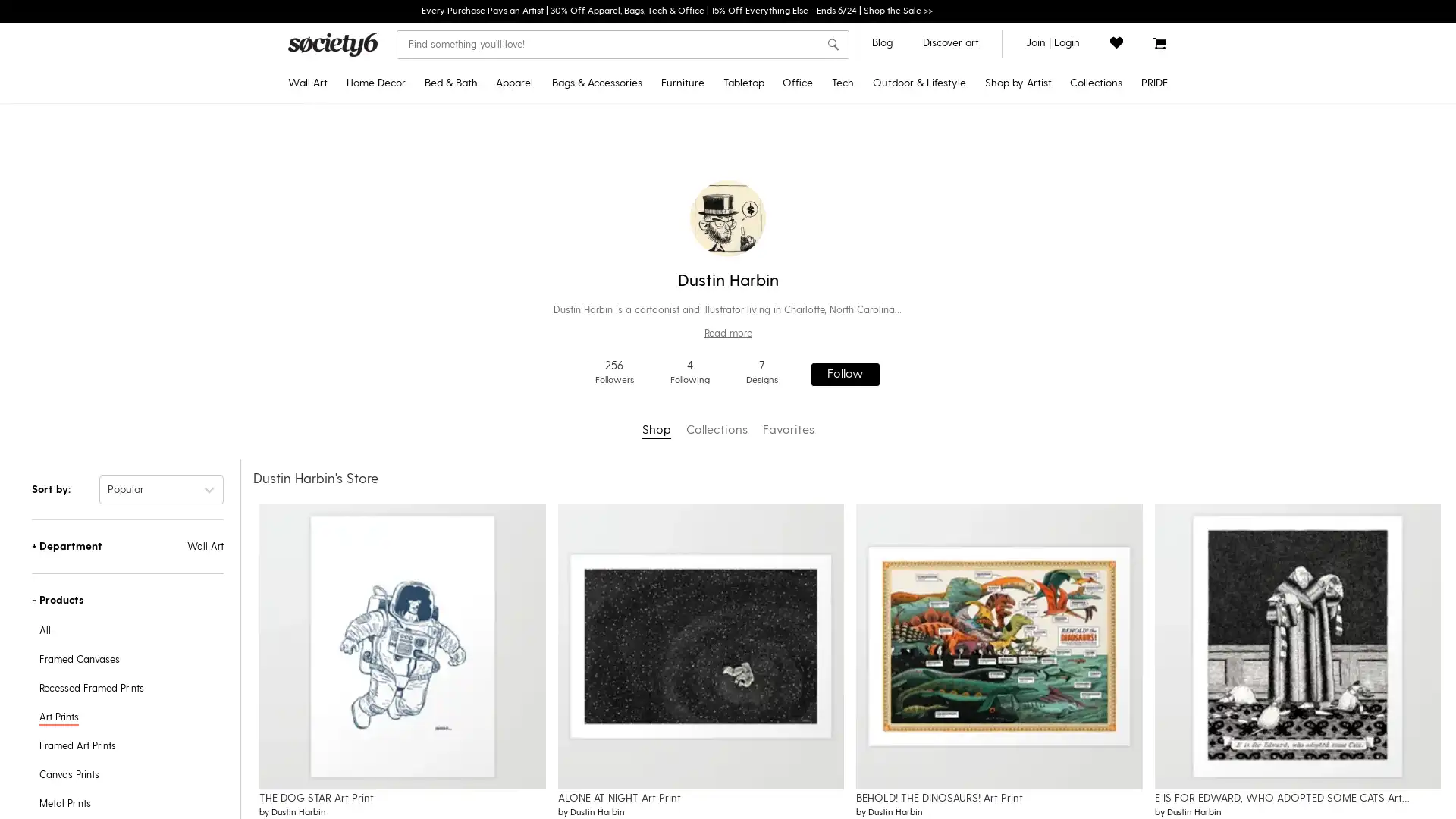 The width and height of the screenshot is (1456, 819). I want to click on Pattern Play, so click(1040, 342).